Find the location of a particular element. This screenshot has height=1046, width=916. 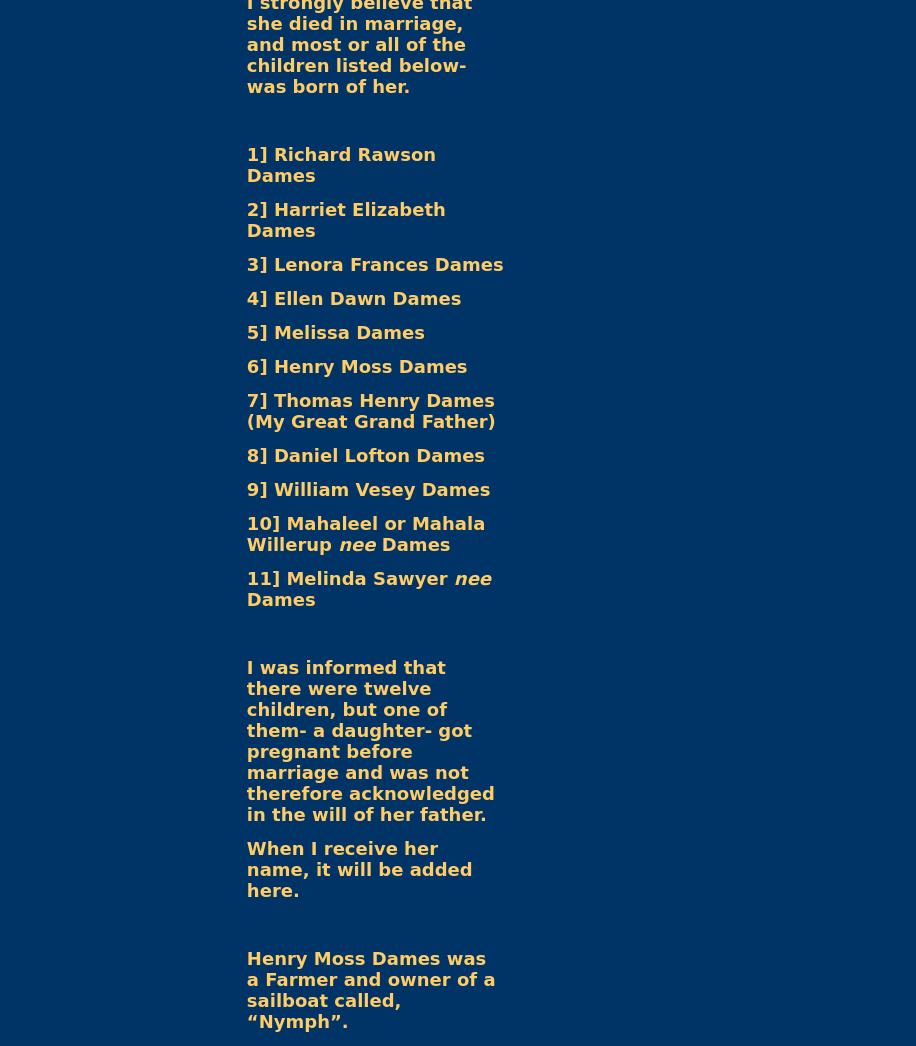

'10] Mahaleel or Mahala Willerup' is located at coordinates (365, 532).